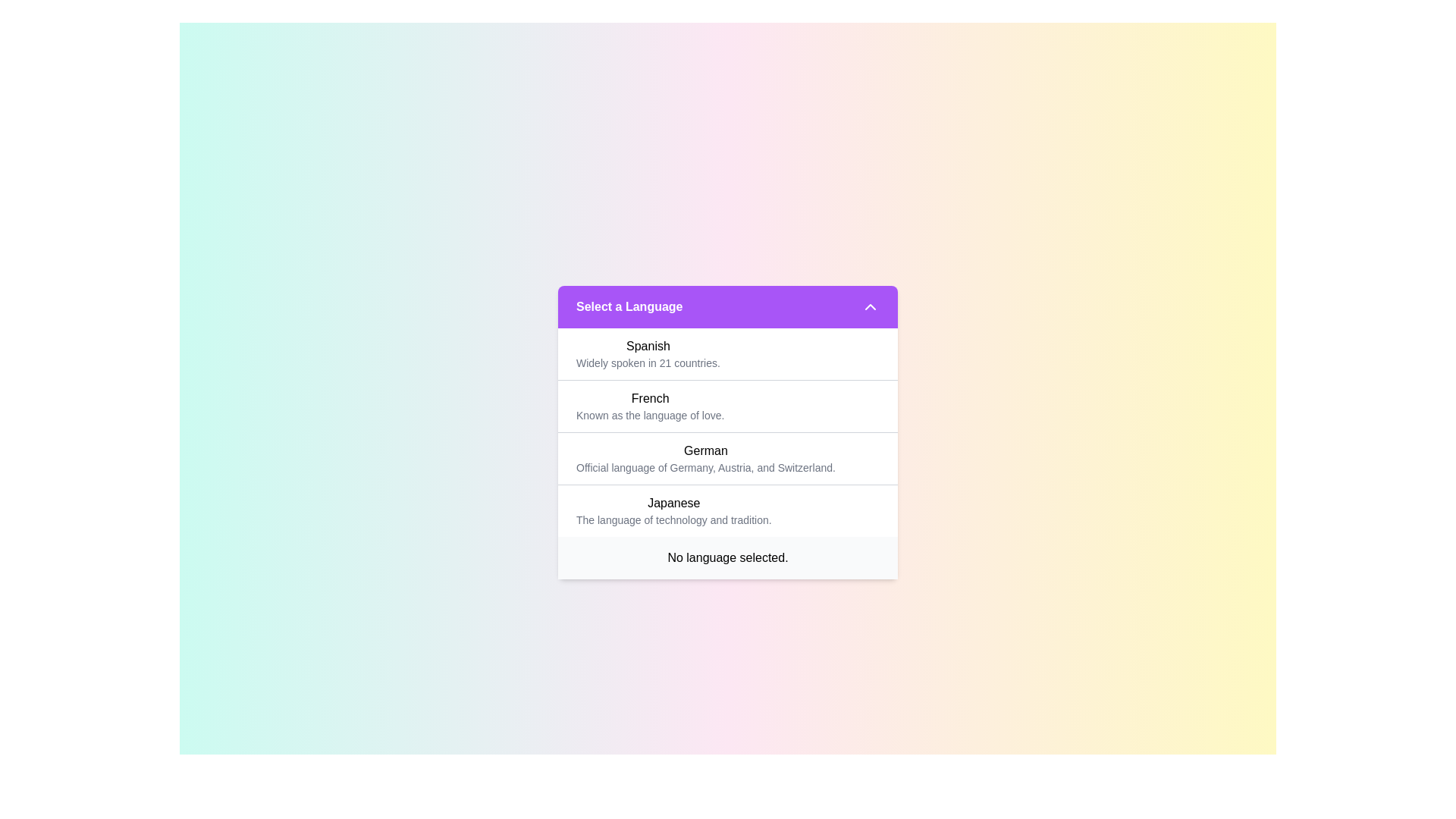 This screenshot has width=1456, height=819. What do you see at coordinates (673, 519) in the screenshot?
I see `the gray Text Label located beneath the bold text 'Japanese' in the fourth item of the language selection dropdown menu` at bounding box center [673, 519].